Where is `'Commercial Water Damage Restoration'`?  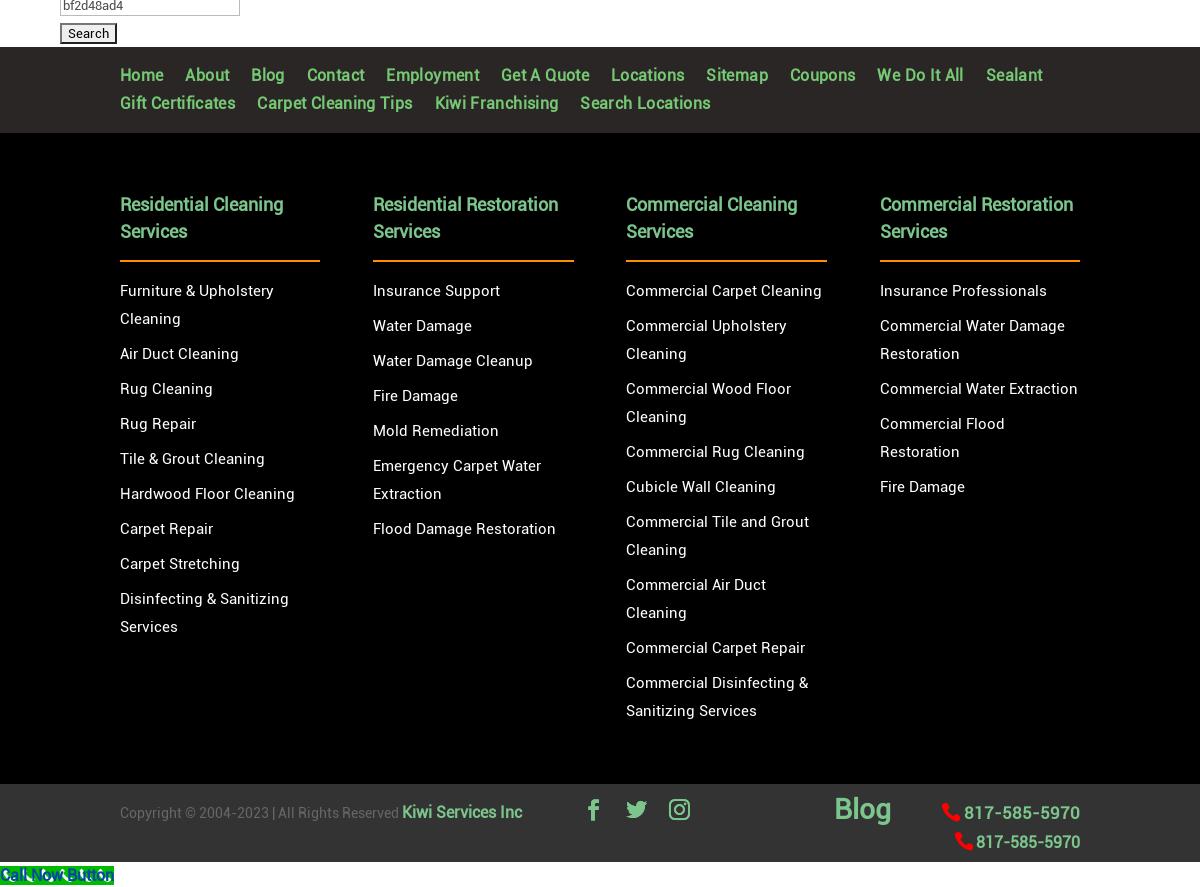
'Commercial Water Damage Restoration' is located at coordinates (971, 339).